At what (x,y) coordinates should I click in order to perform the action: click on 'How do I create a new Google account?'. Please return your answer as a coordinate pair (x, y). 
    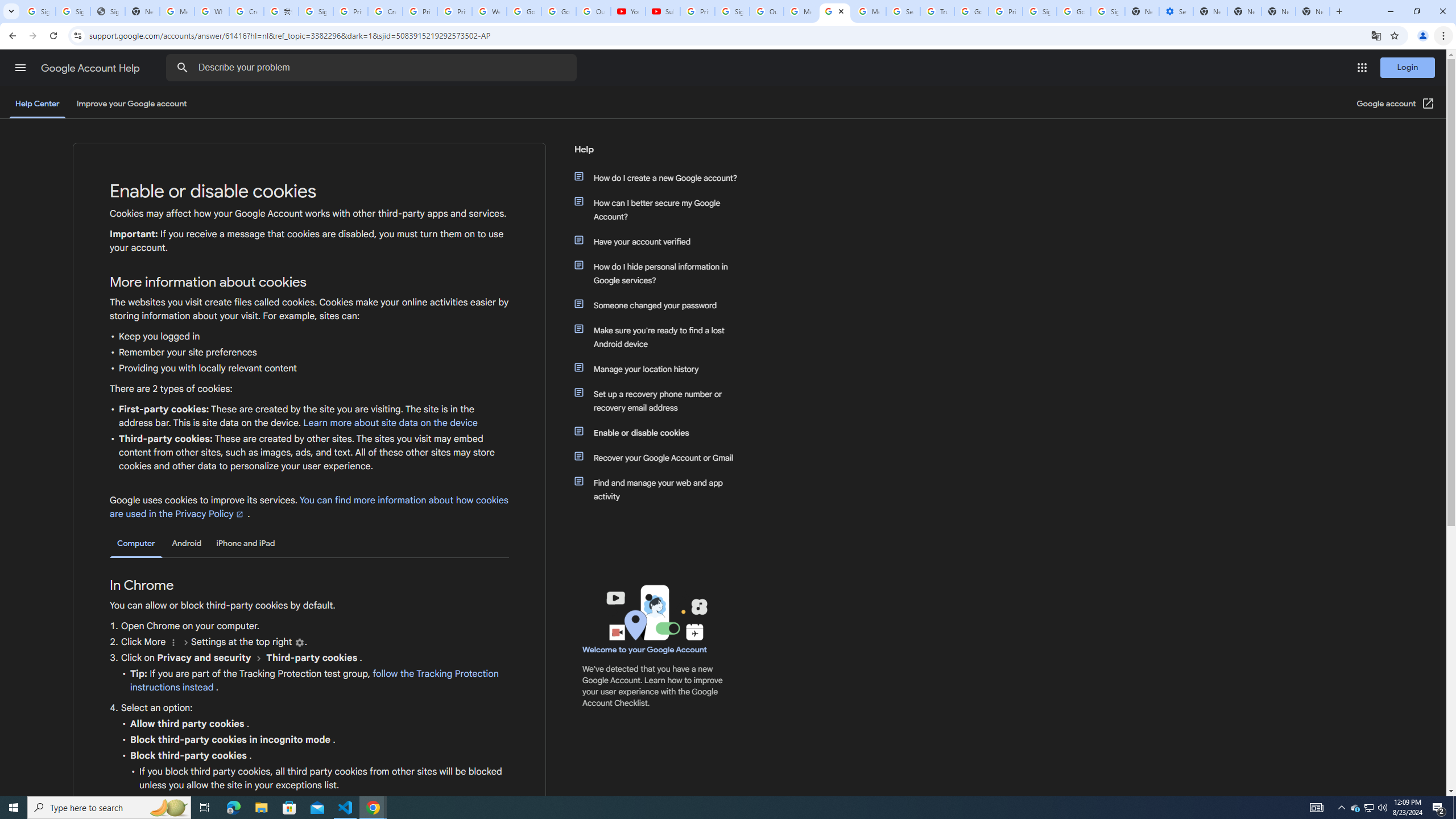
    Looking at the image, I should click on (661, 178).